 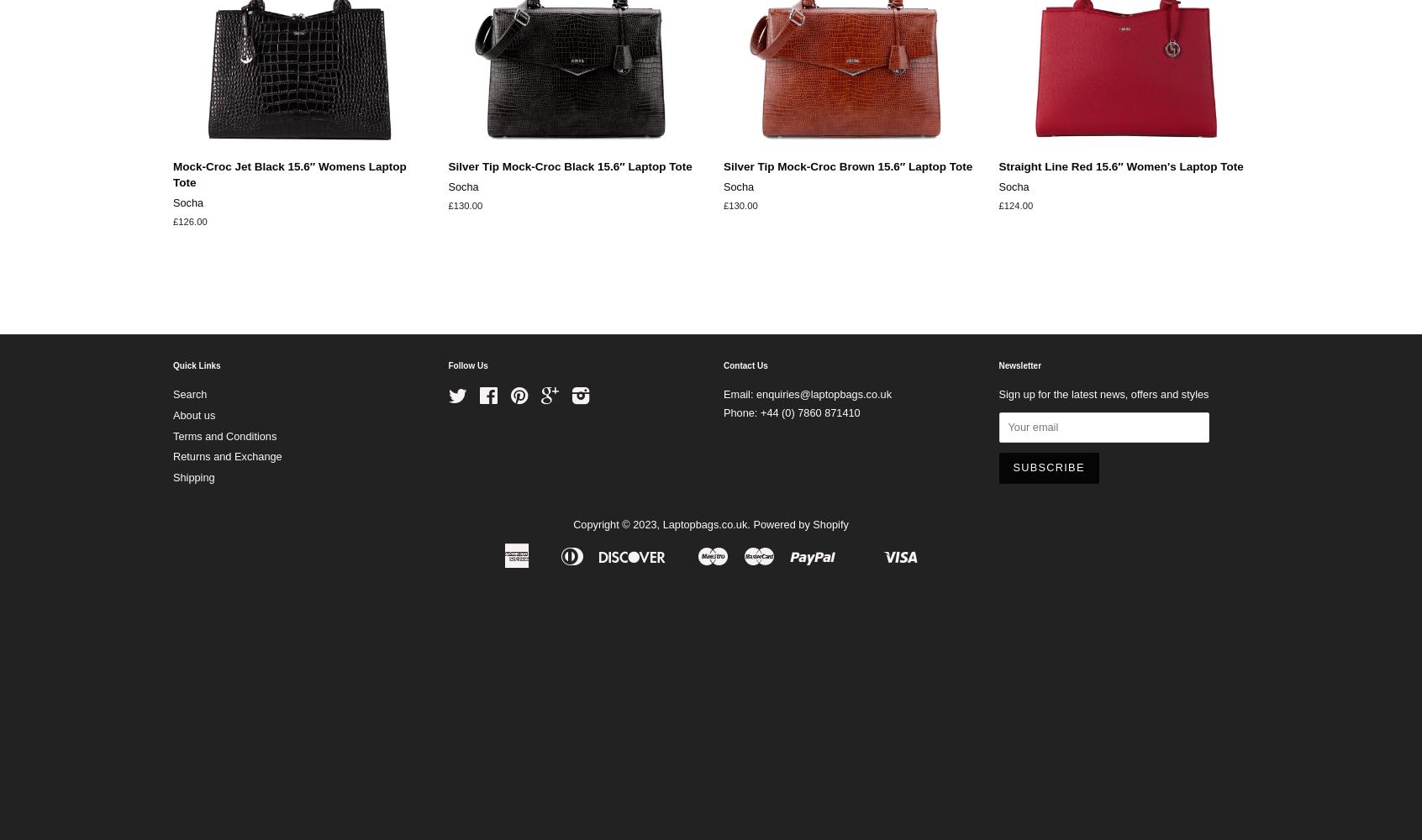 What do you see at coordinates (1015, 205) in the screenshot?
I see `'£124.00'` at bounding box center [1015, 205].